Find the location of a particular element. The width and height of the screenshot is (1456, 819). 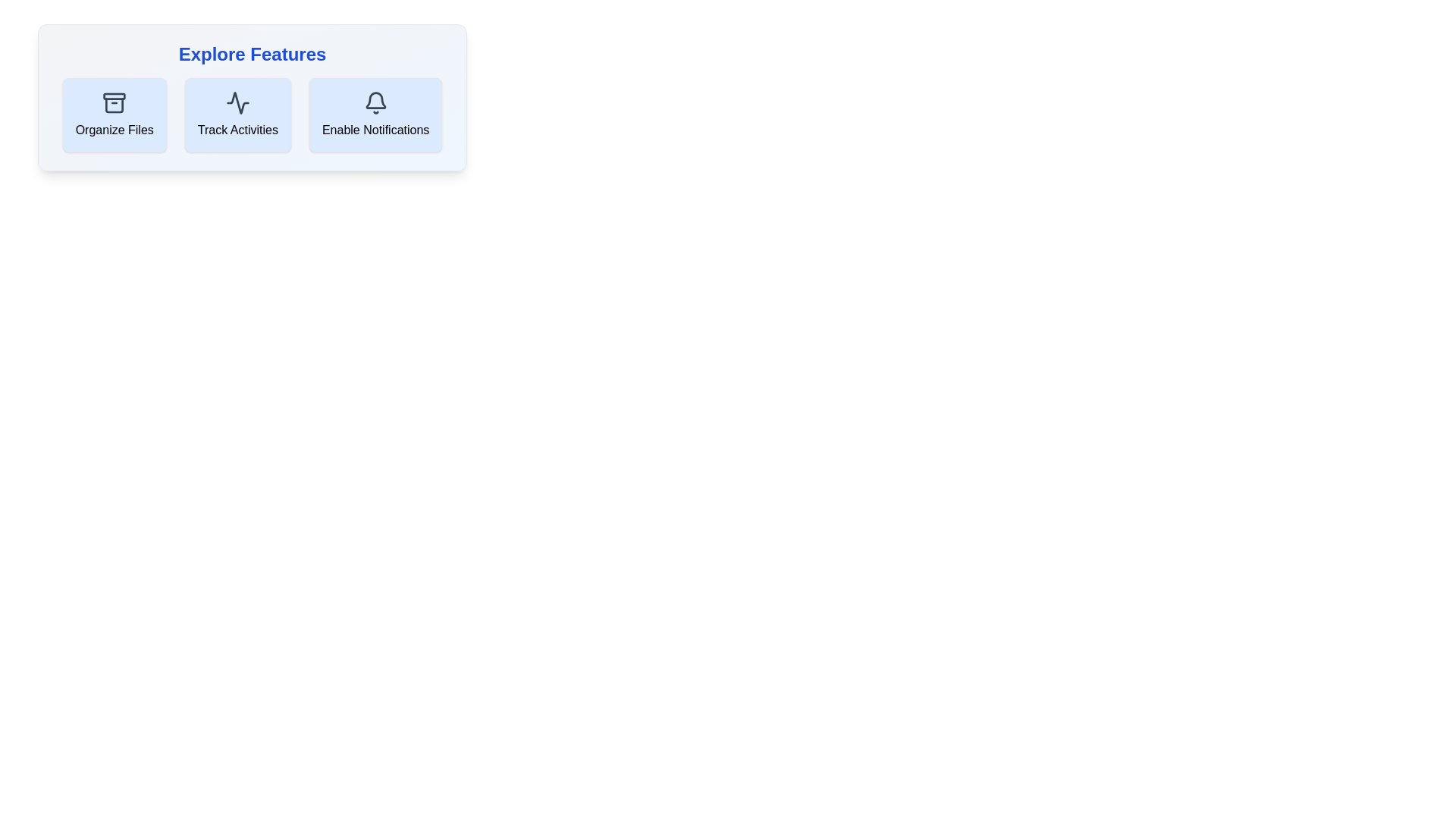

the 'Track Activities' label, which is positioned in the middle row of three card-like containers and is located below an activity icon graphic is located at coordinates (237, 130).